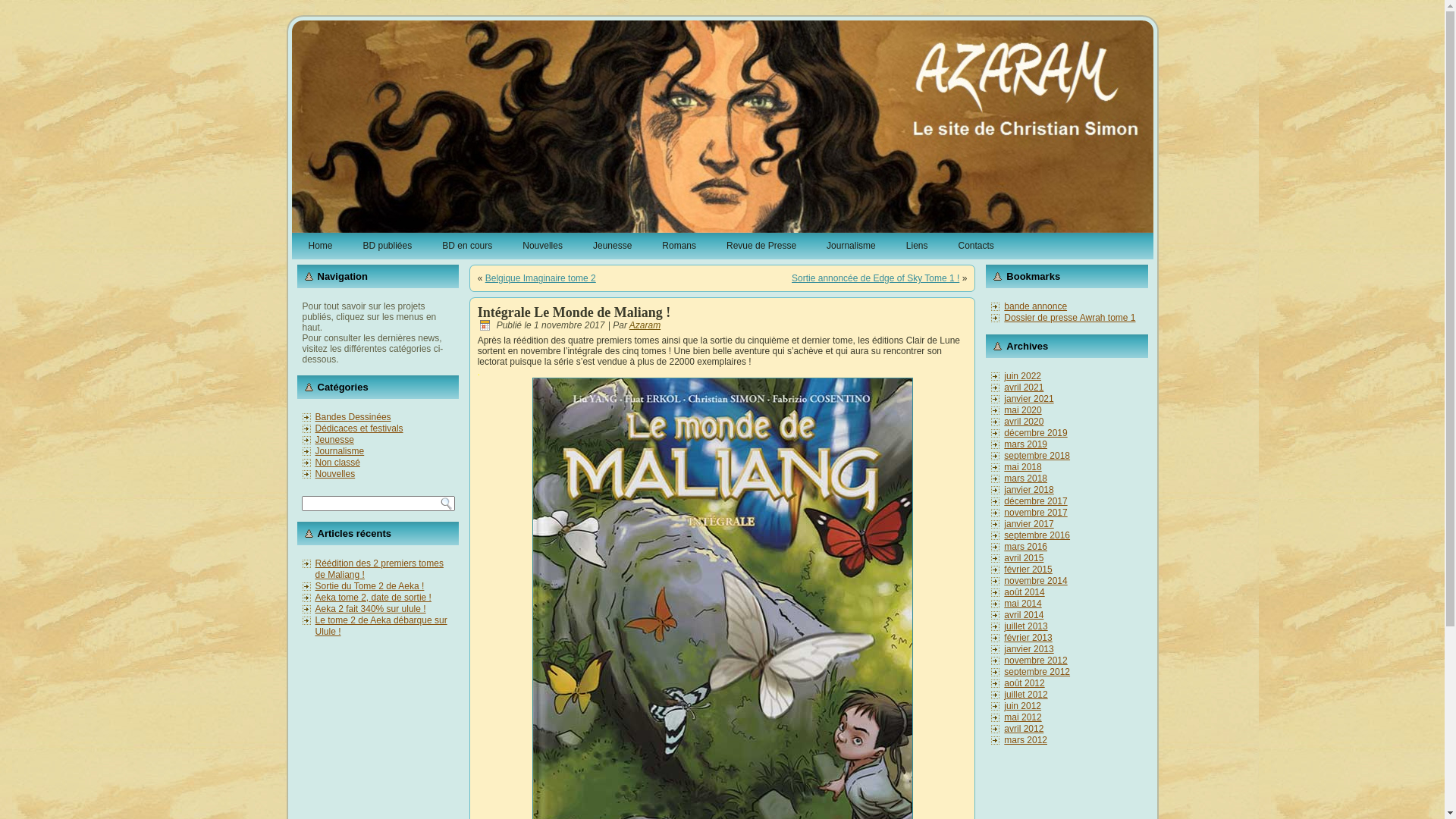 The width and height of the screenshot is (1456, 819). Describe the element at coordinates (1023, 614) in the screenshot. I see `'avril 2014'` at that location.